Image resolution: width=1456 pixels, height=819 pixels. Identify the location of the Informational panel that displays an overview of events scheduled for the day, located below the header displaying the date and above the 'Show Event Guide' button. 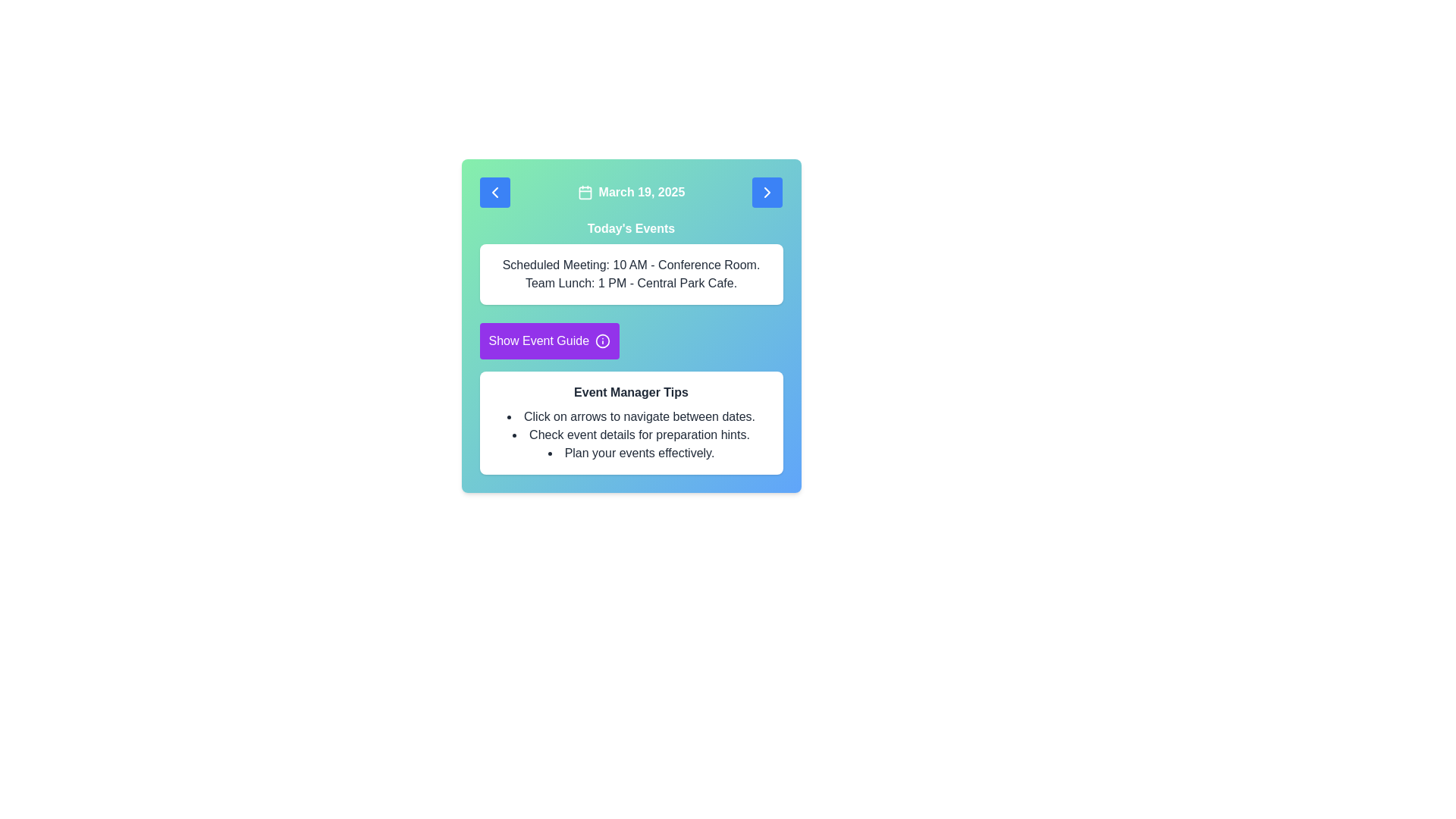
(631, 262).